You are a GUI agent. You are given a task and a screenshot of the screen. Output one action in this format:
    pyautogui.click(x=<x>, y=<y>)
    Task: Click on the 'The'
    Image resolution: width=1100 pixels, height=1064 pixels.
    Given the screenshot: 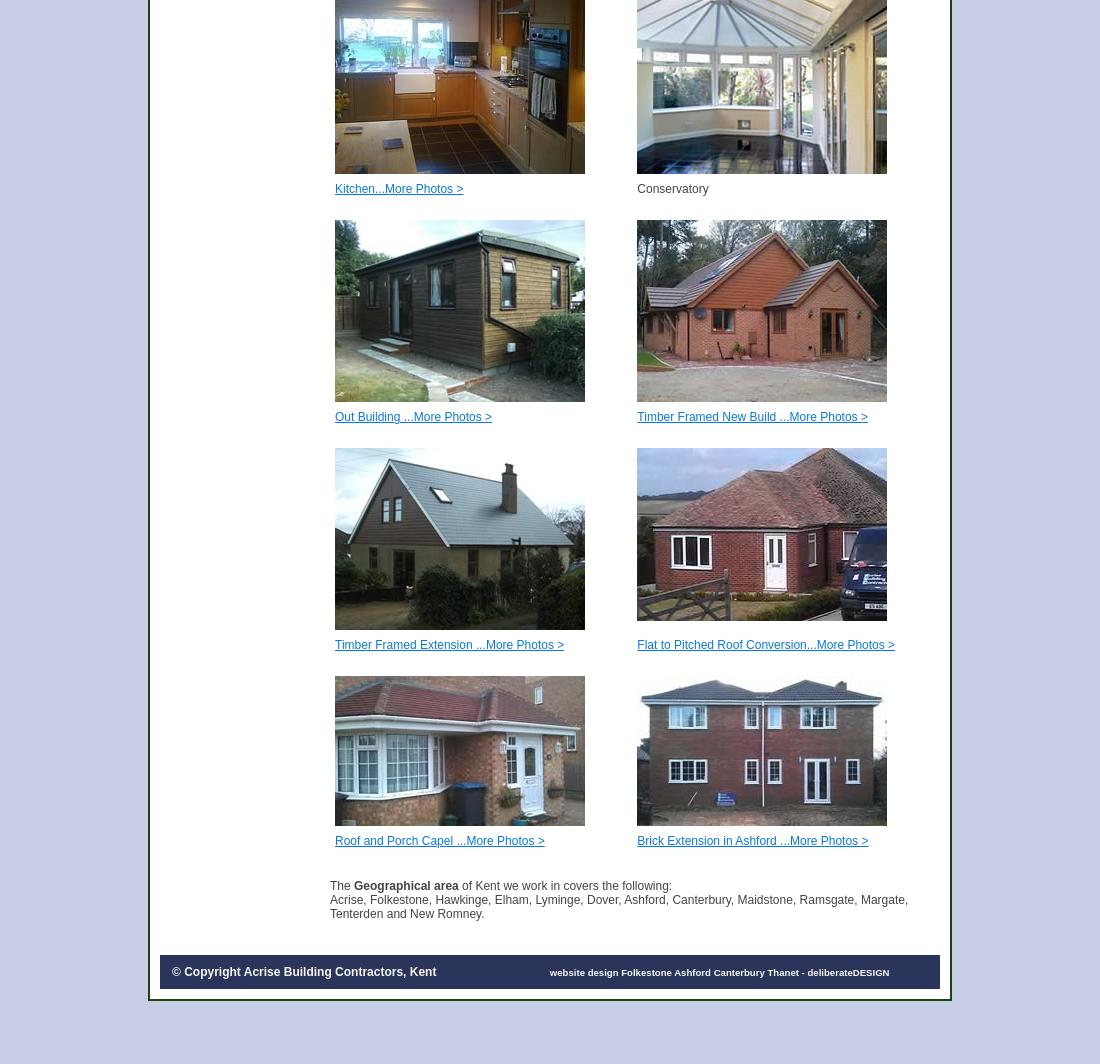 What is the action you would take?
    pyautogui.click(x=340, y=885)
    